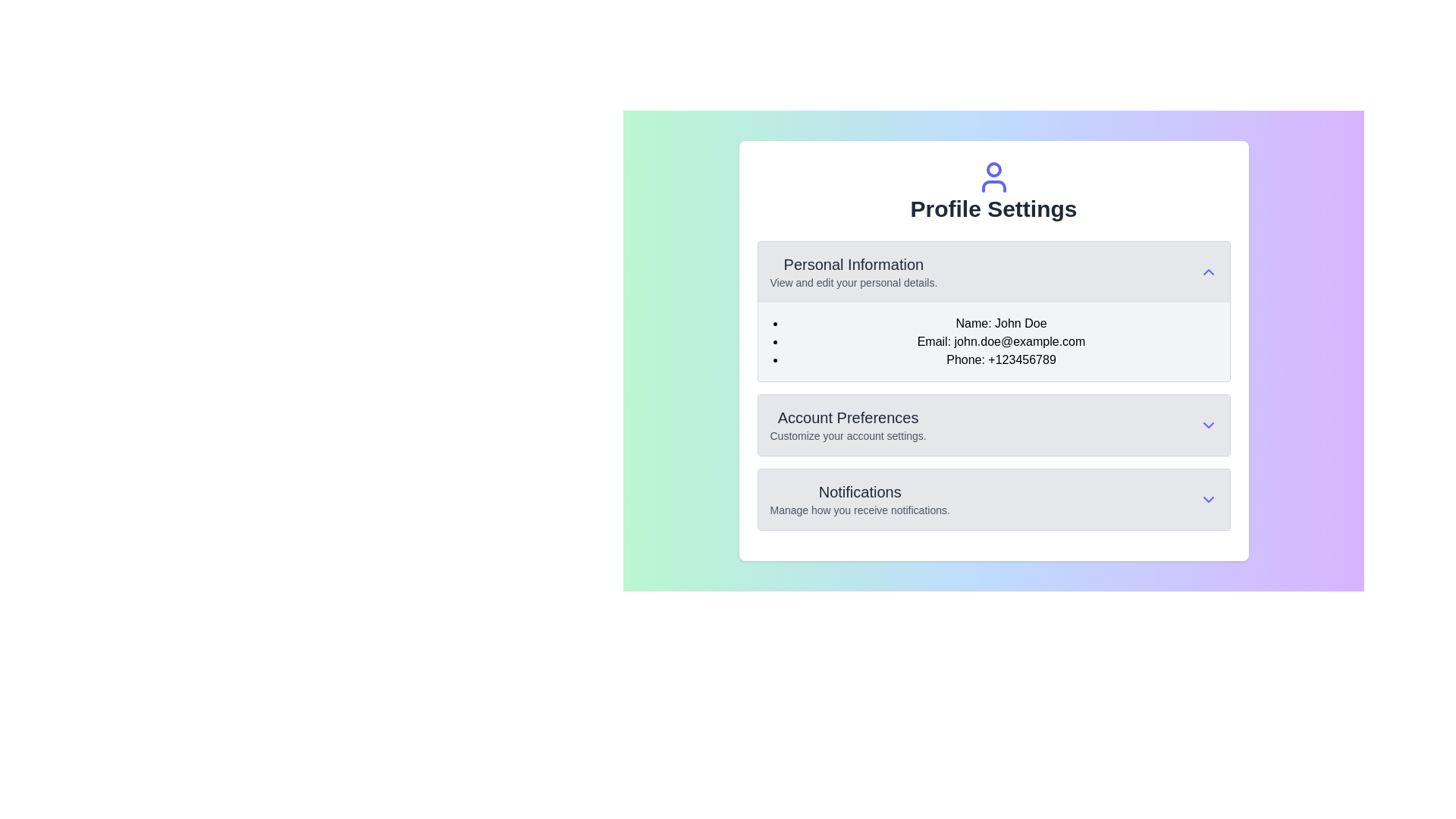 This screenshot has height=819, width=1456. I want to click on the downward-facing indigo arrow icon in the 'Account Preferences' section, so click(1207, 425).